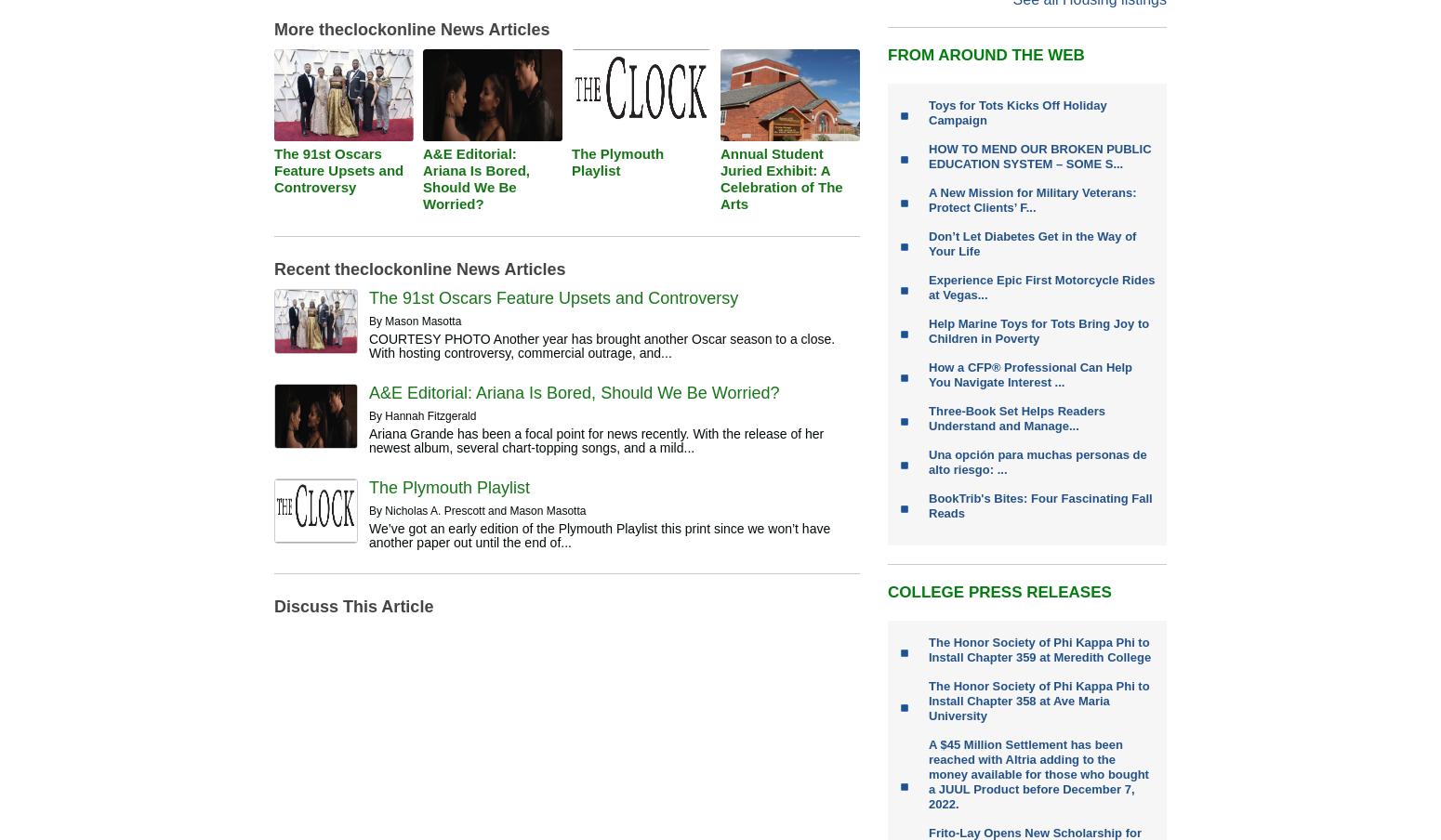 This screenshot has height=840, width=1441. What do you see at coordinates (368, 439) in the screenshot?
I see `'Ariana Grande has been a focal point for news recently. With the release of her newest album, several chart-topping songs, and a mild...'` at bounding box center [368, 439].